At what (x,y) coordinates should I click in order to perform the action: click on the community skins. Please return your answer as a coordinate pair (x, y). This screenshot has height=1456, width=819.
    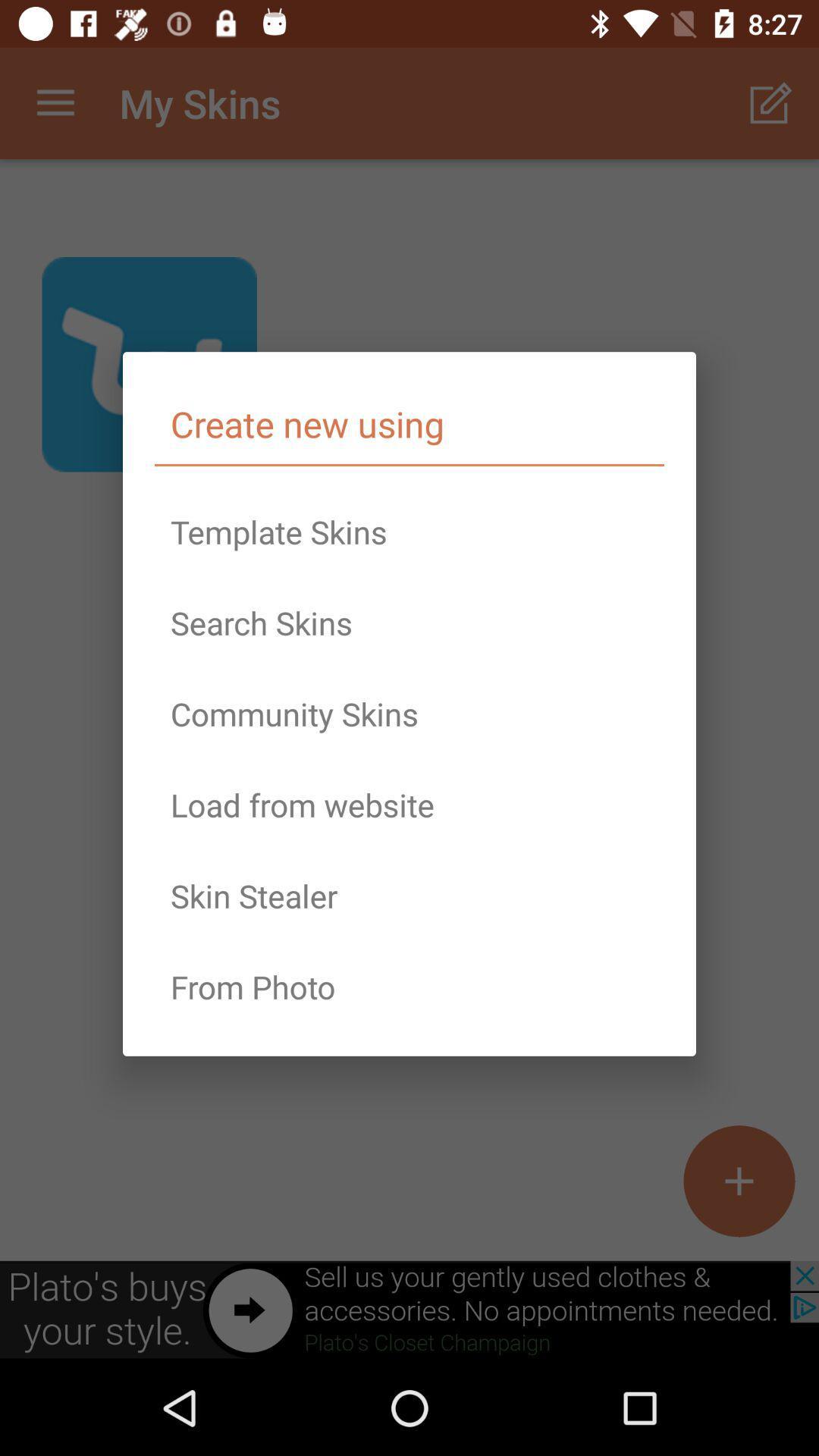
    Looking at the image, I should click on (409, 713).